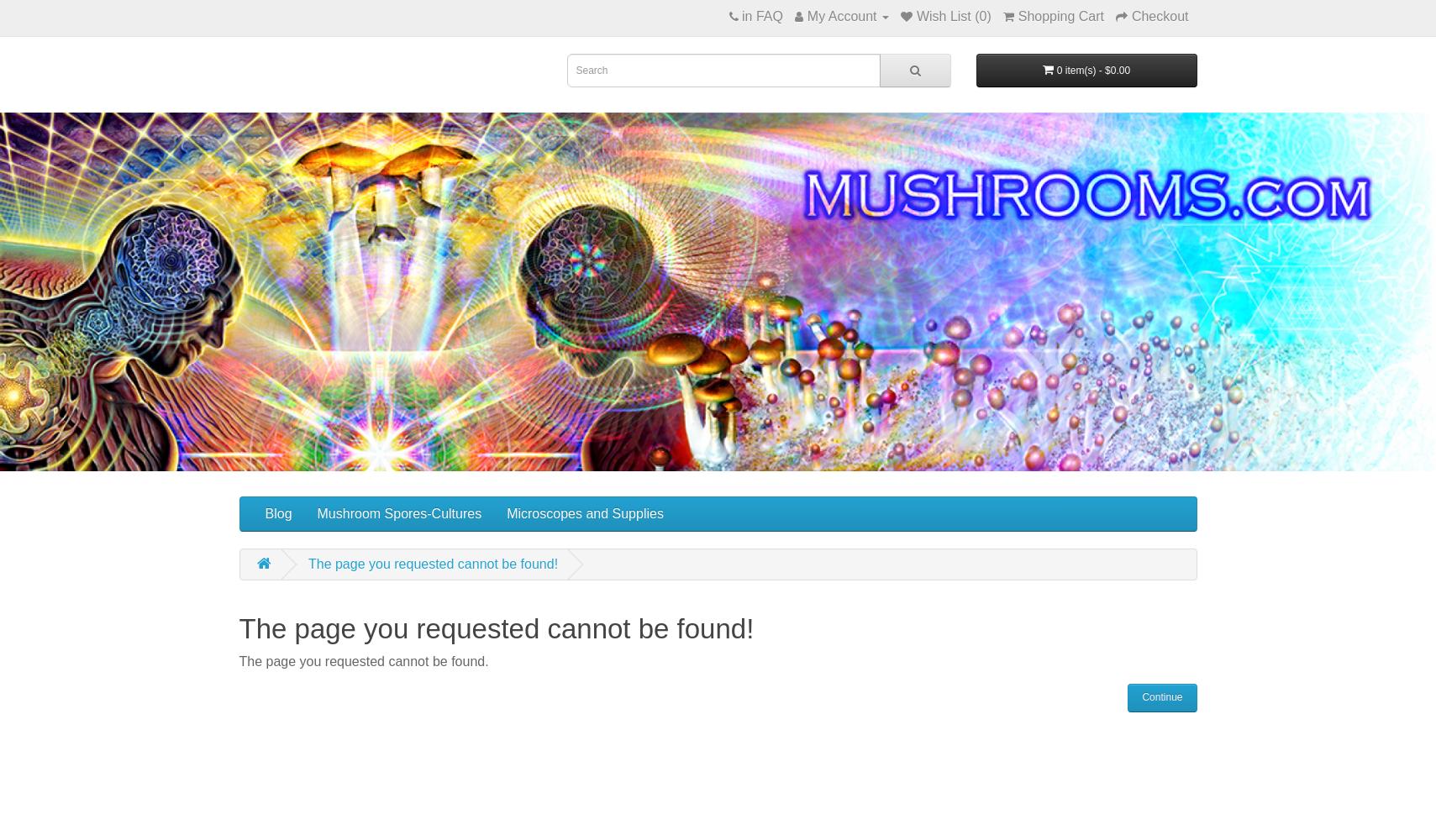  Describe the element at coordinates (953, 16) in the screenshot. I see `'Wish List (0)'` at that location.